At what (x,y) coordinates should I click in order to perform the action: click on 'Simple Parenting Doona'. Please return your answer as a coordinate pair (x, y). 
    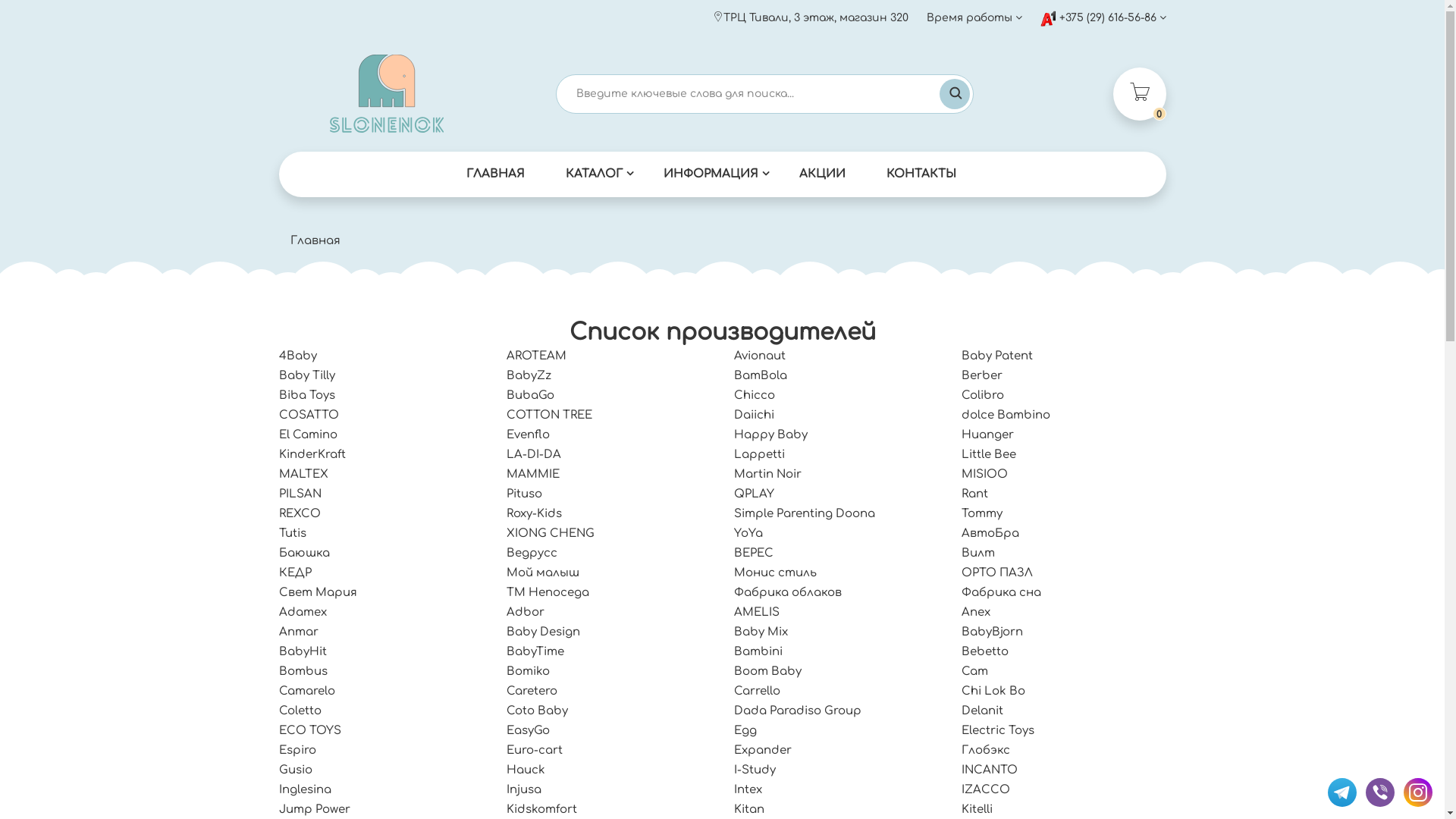
    Looking at the image, I should click on (803, 513).